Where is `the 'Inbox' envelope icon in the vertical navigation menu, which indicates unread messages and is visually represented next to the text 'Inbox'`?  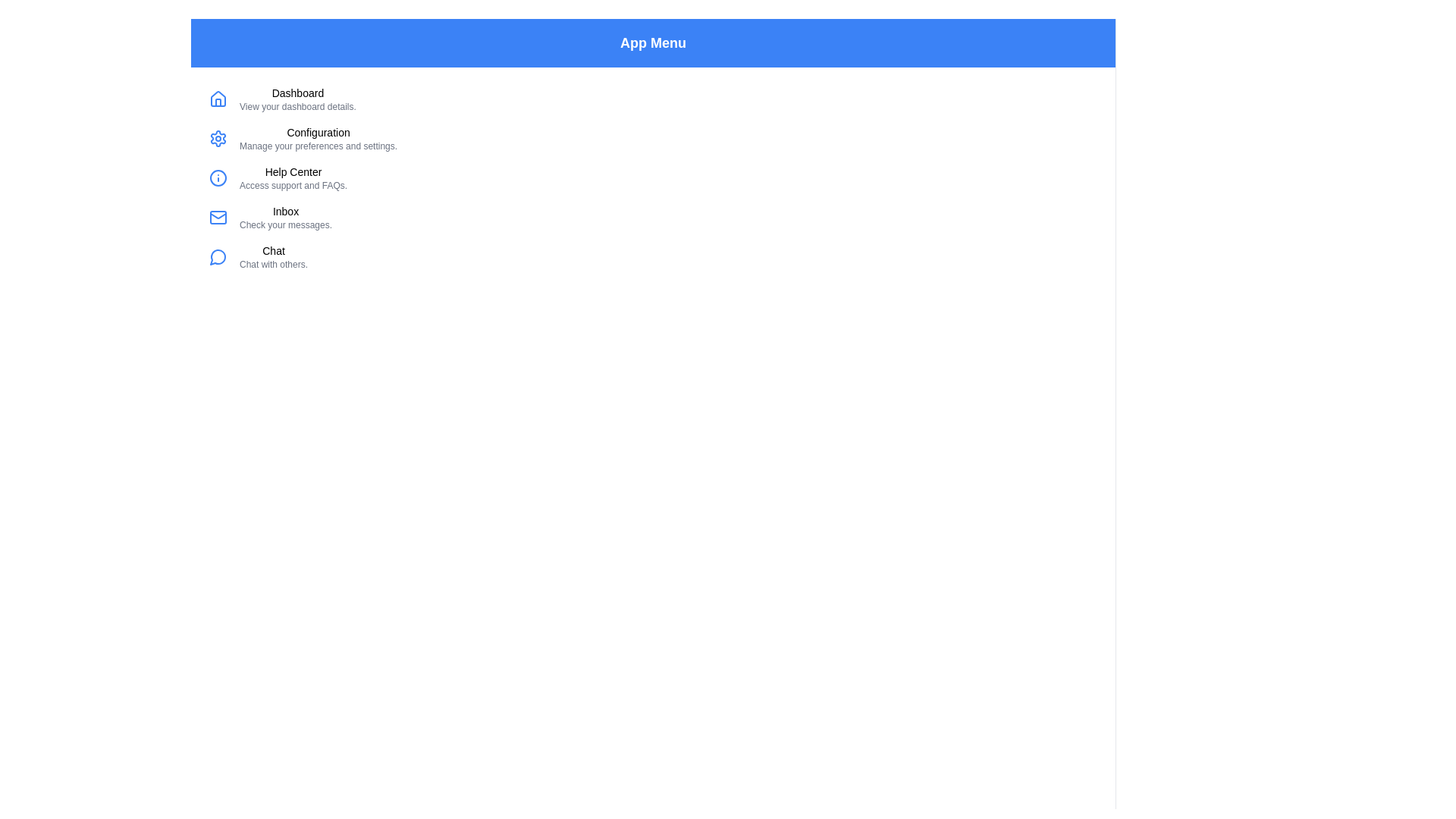
the 'Inbox' envelope icon in the vertical navigation menu, which indicates unread messages and is visually represented next to the text 'Inbox' is located at coordinates (218, 217).